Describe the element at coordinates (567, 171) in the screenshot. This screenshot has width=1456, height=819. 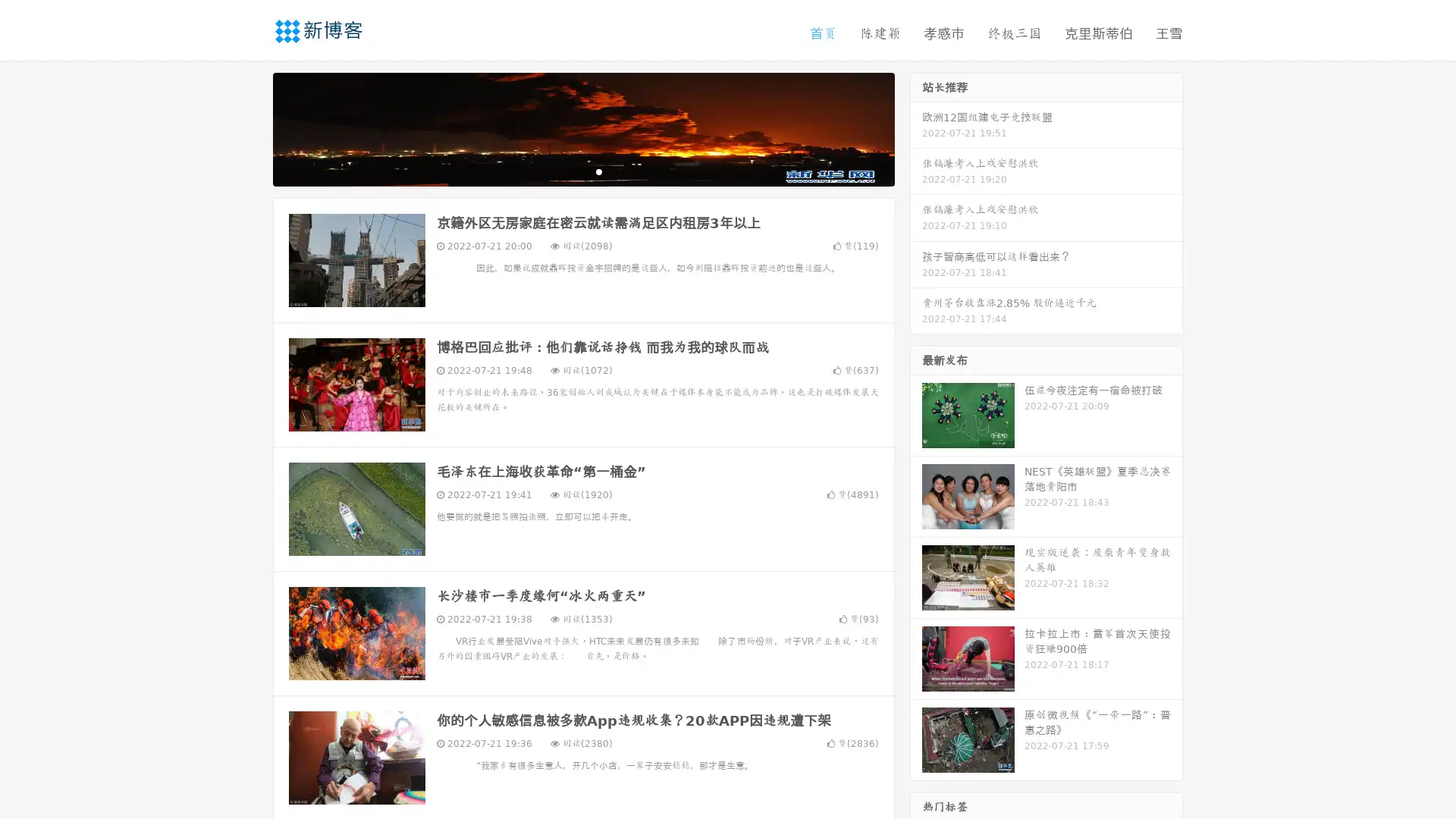
I see `Go to slide 1` at that location.